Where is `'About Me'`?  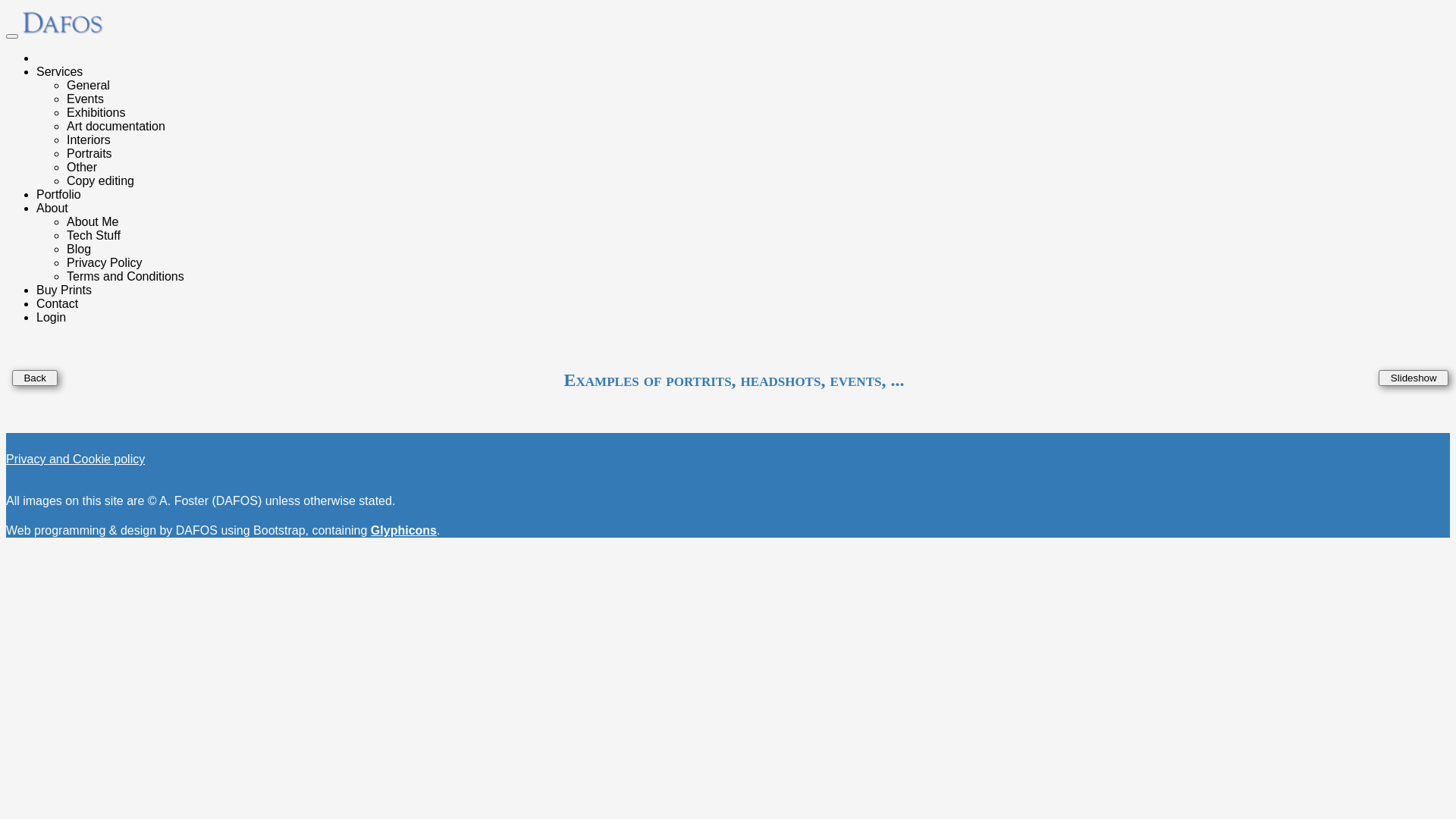
'About Me' is located at coordinates (91, 221).